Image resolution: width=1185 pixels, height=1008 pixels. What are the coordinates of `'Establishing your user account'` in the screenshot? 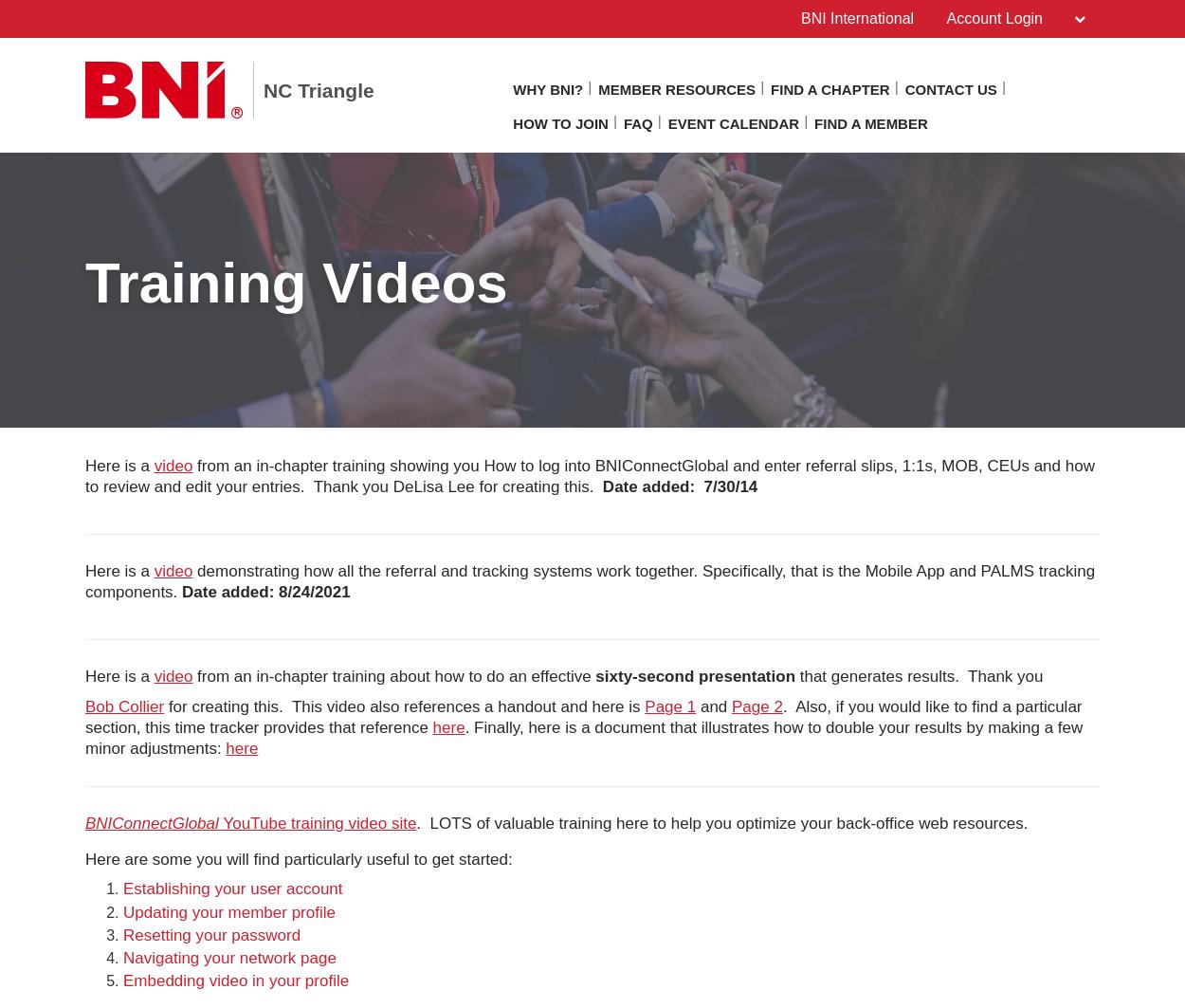 It's located at (123, 888).